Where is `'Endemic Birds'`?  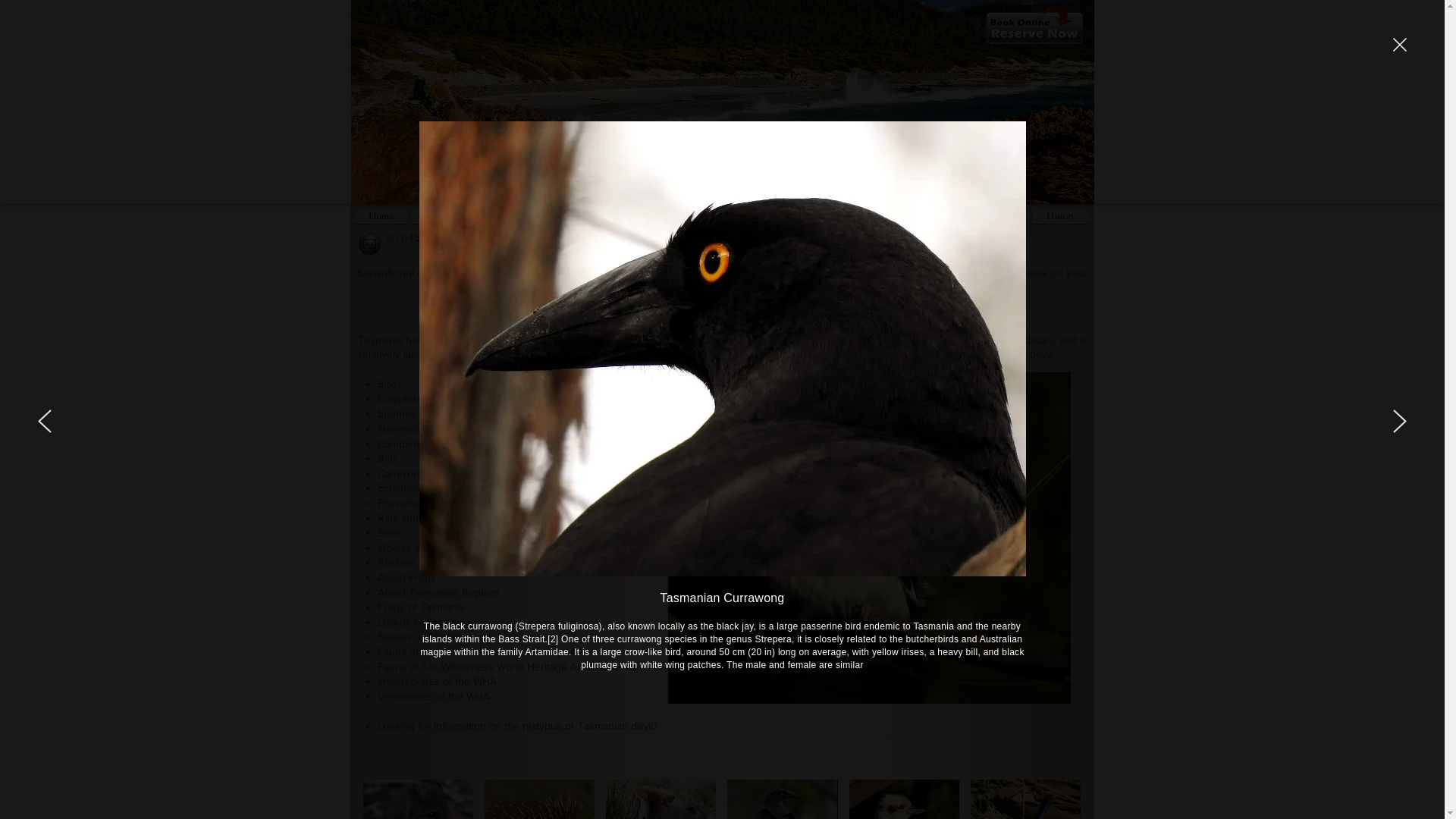 'Endemic Birds' is located at coordinates (411, 413).